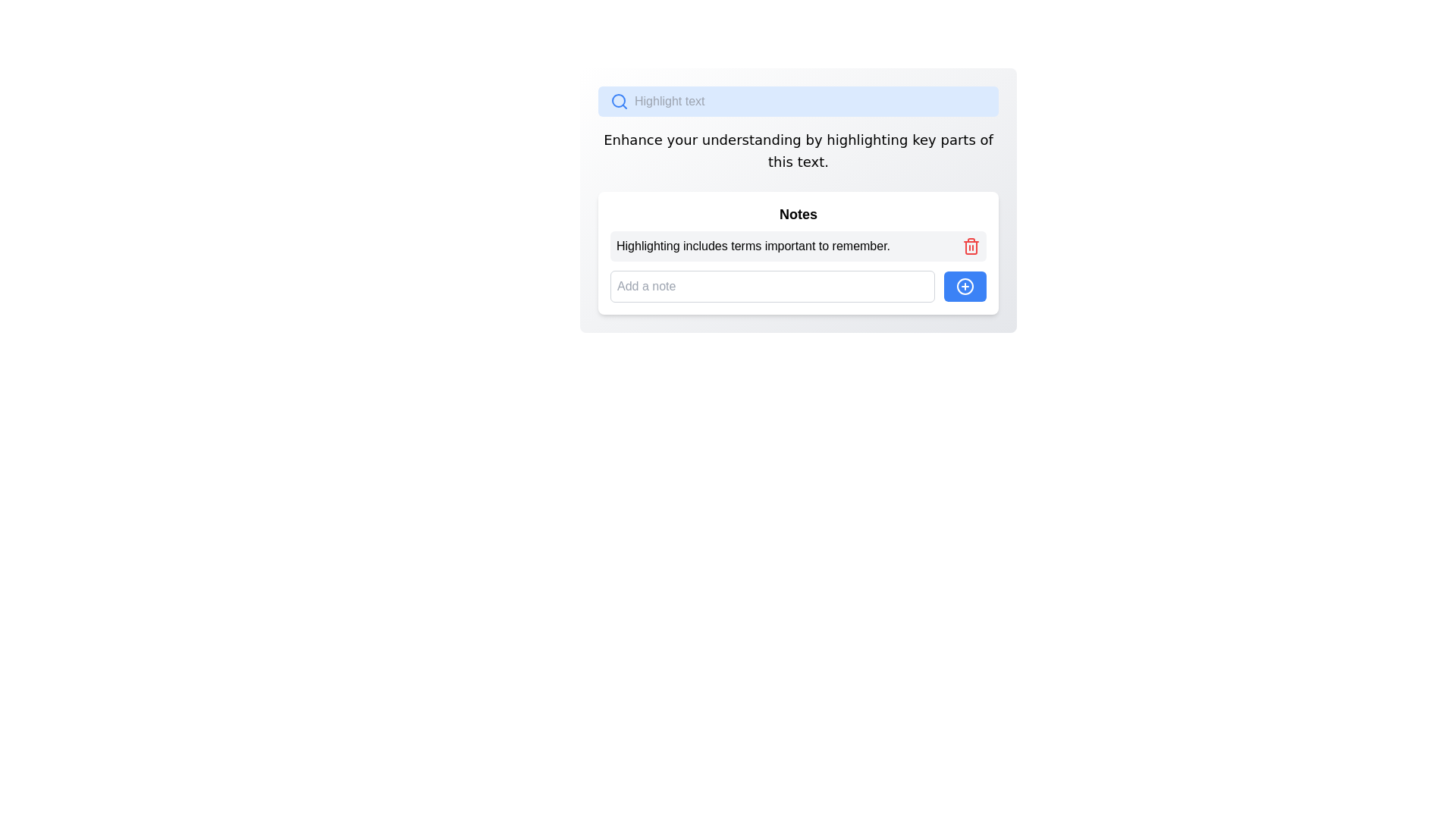 The image size is (1456, 819). What do you see at coordinates (984, 140) in the screenshot?
I see `the character 'o' in the text 'Enhance your understanding by highlighting key parts of this text.' which is styled in a sans-serif font and located centrally in the upper half of the interface` at bounding box center [984, 140].